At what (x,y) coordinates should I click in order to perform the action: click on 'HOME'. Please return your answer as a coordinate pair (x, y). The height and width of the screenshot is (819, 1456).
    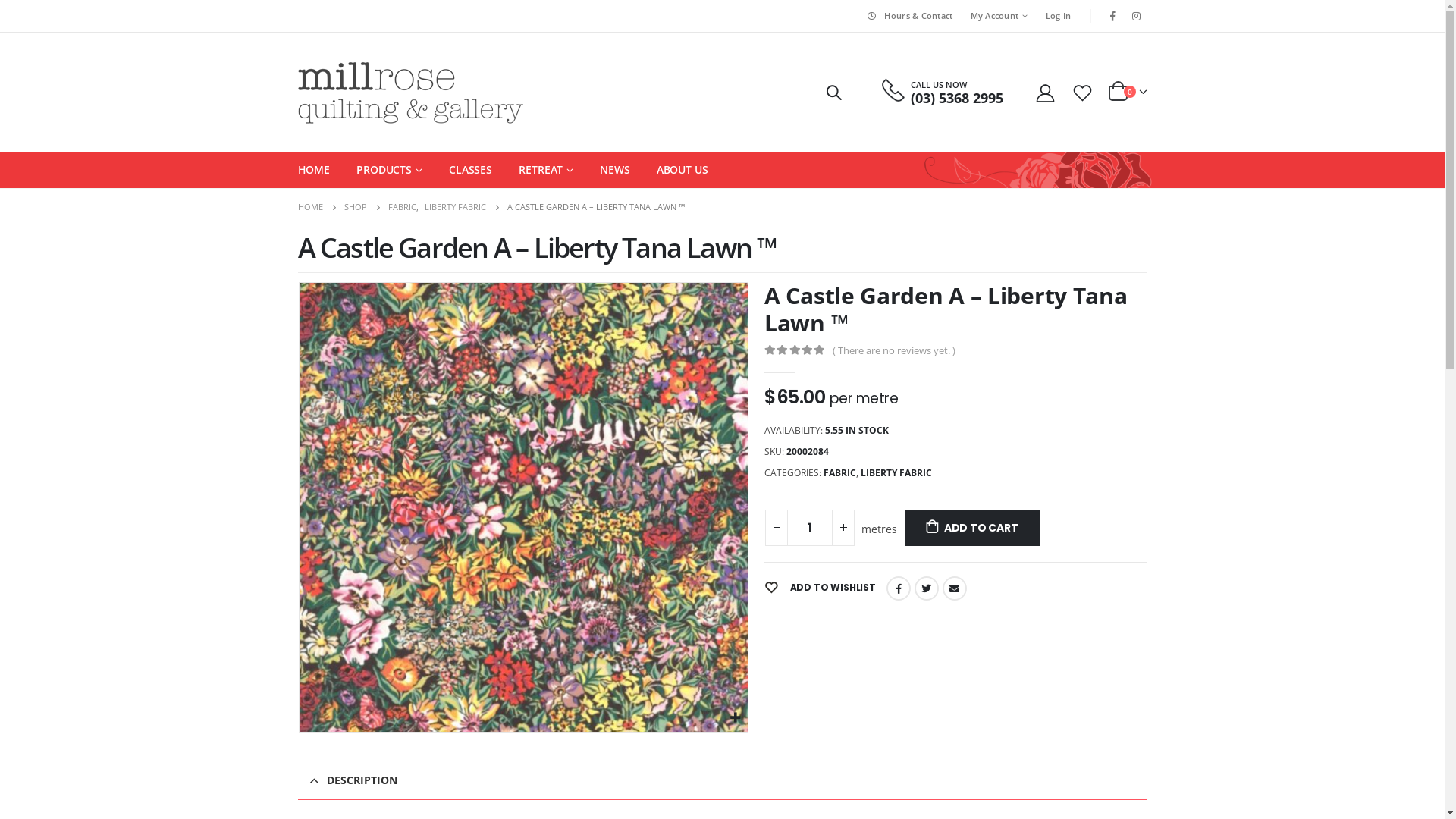
    Looking at the image, I should click on (309, 207).